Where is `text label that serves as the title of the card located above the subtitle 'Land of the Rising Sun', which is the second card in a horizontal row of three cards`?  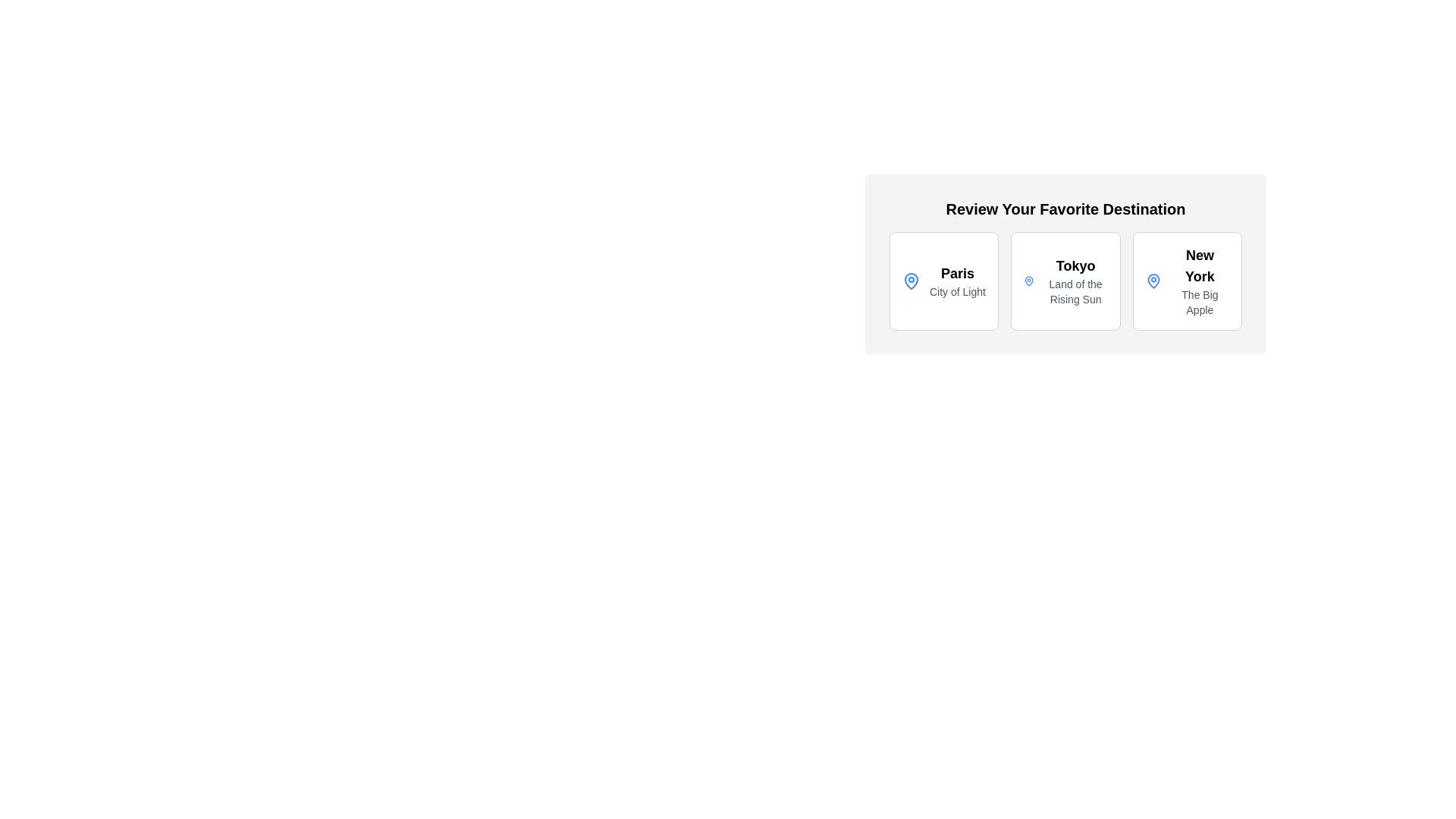
text label that serves as the title of the card located above the subtitle 'Land of the Rising Sun', which is the second card in a horizontal row of three cards is located at coordinates (1075, 265).